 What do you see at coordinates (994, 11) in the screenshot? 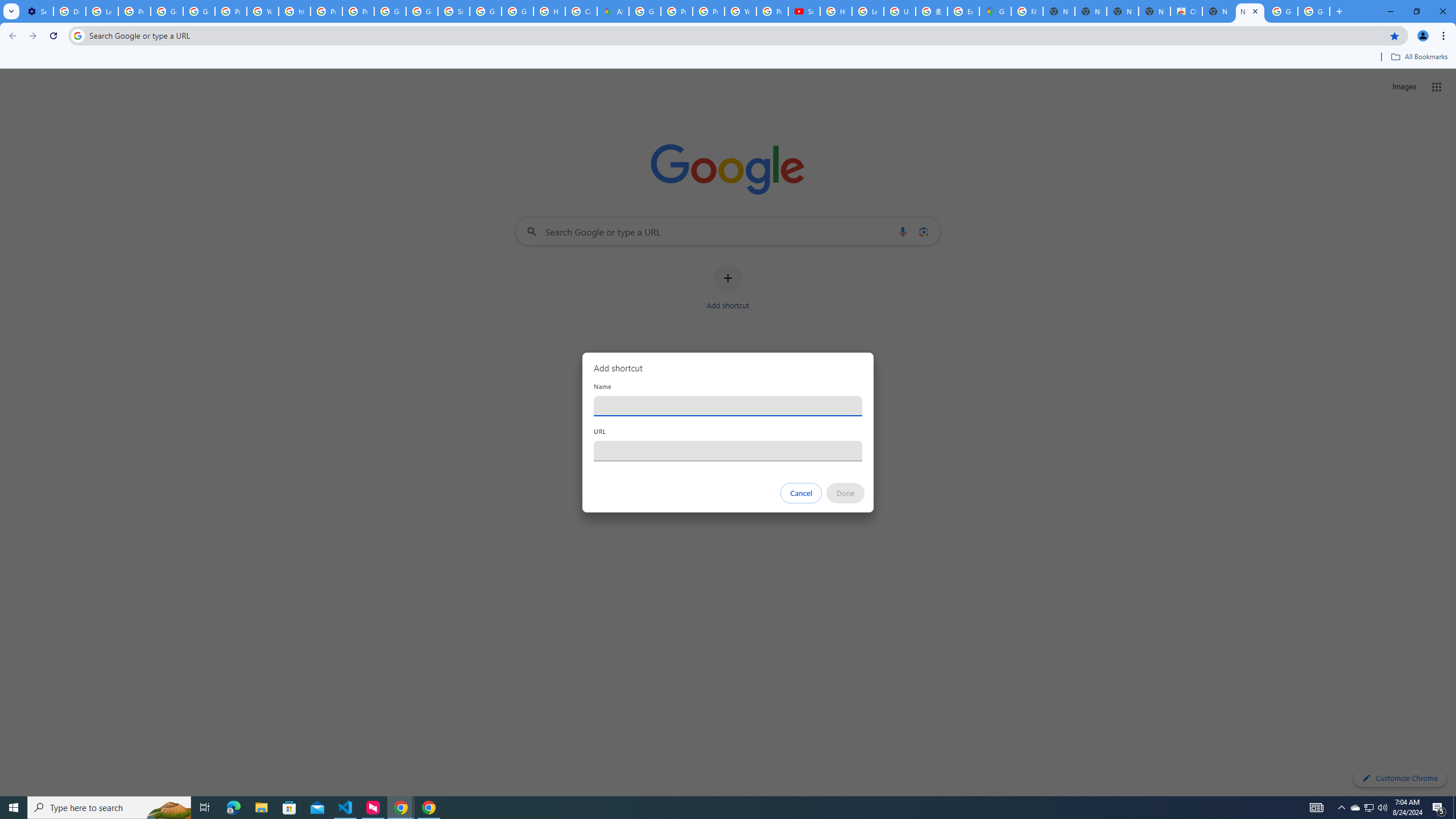
I see `'Google Maps'` at bounding box center [994, 11].